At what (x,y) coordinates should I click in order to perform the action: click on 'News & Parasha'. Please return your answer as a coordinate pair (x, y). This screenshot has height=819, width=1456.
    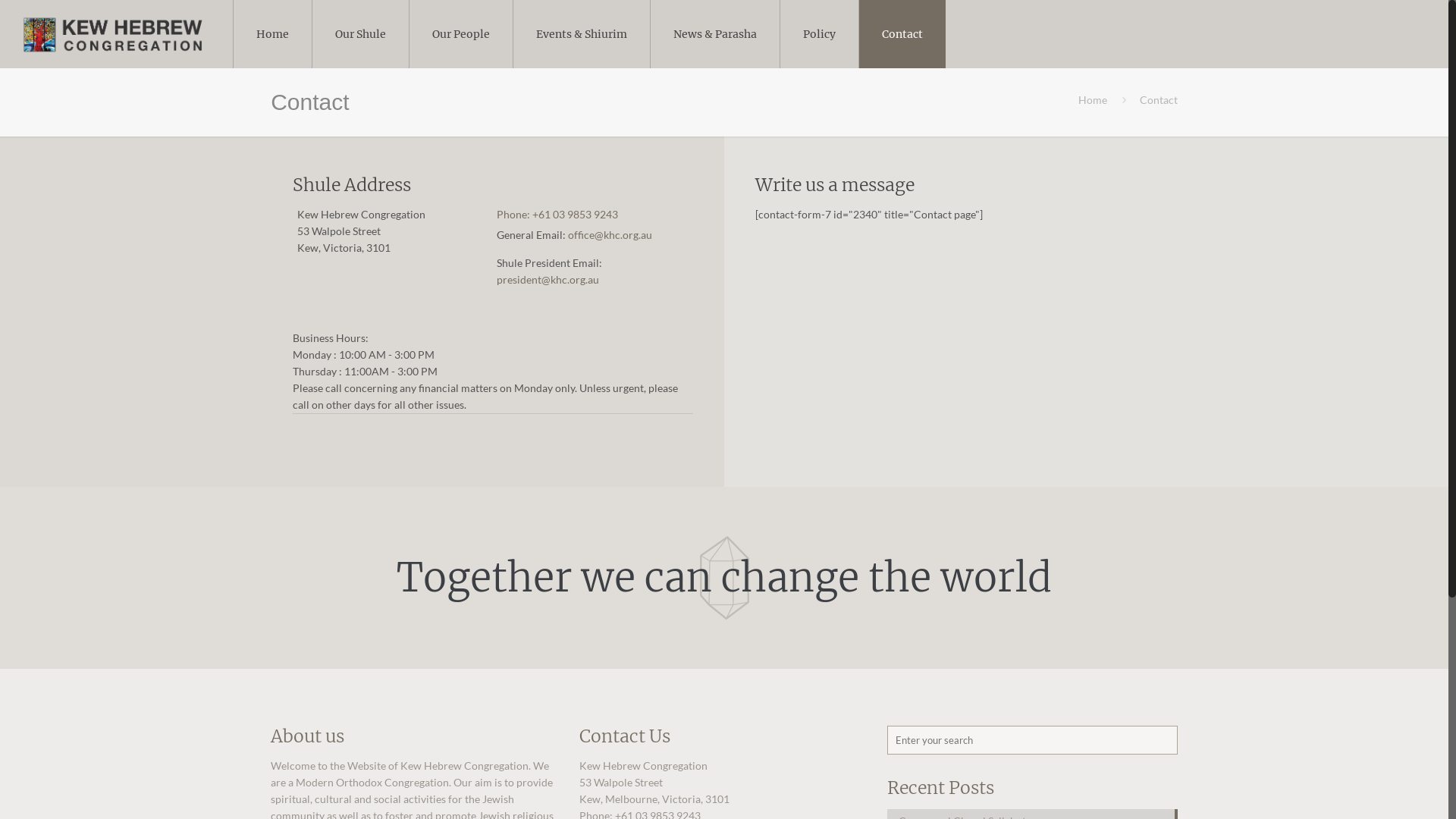
    Looking at the image, I should click on (714, 34).